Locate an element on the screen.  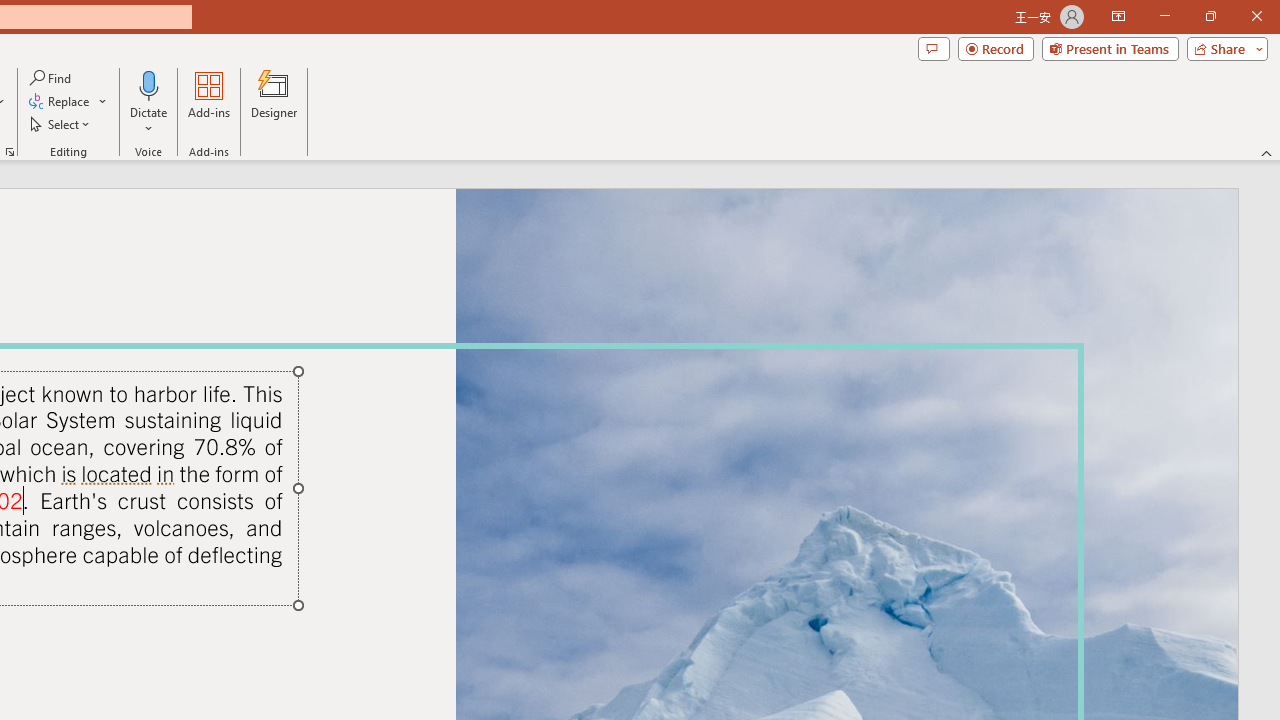
'Format Object...' is located at coordinates (10, 150).